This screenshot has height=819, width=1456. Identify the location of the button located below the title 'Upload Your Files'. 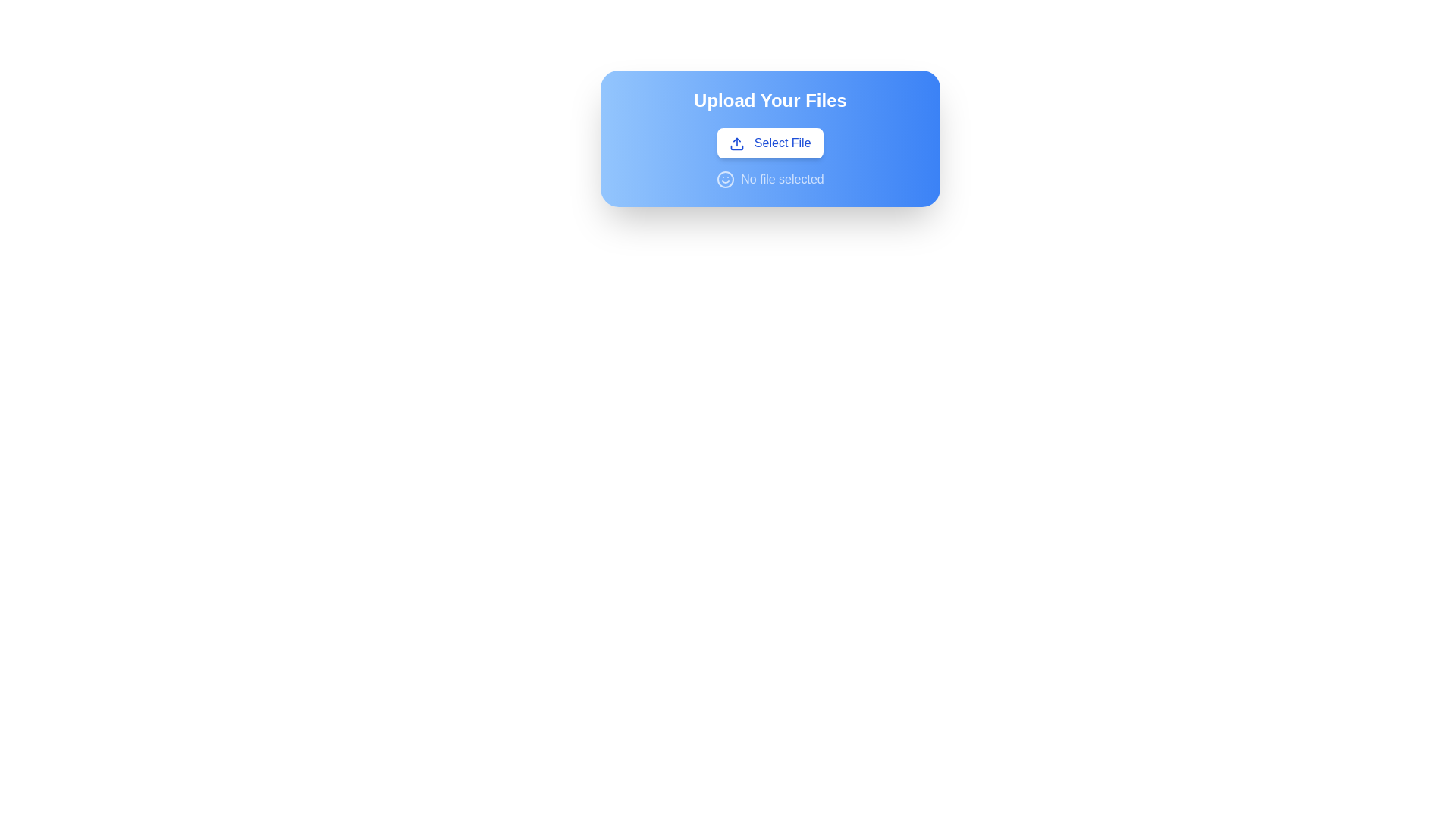
(770, 143).